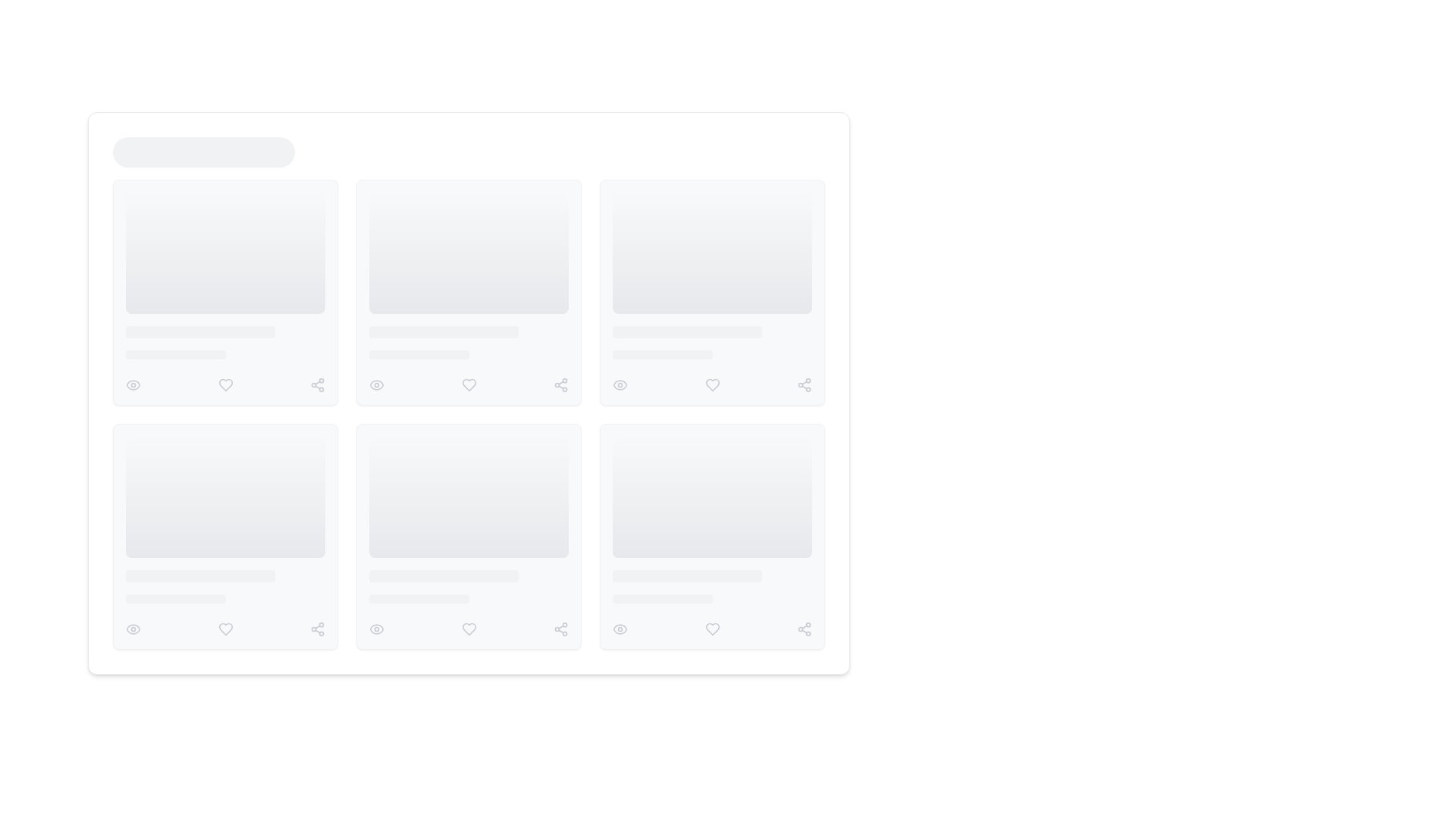  Describe the element at coordinates (711, 536) in the screenshot. I see `the last card in the grid layout, which displays media content and interactive actions` at that location.